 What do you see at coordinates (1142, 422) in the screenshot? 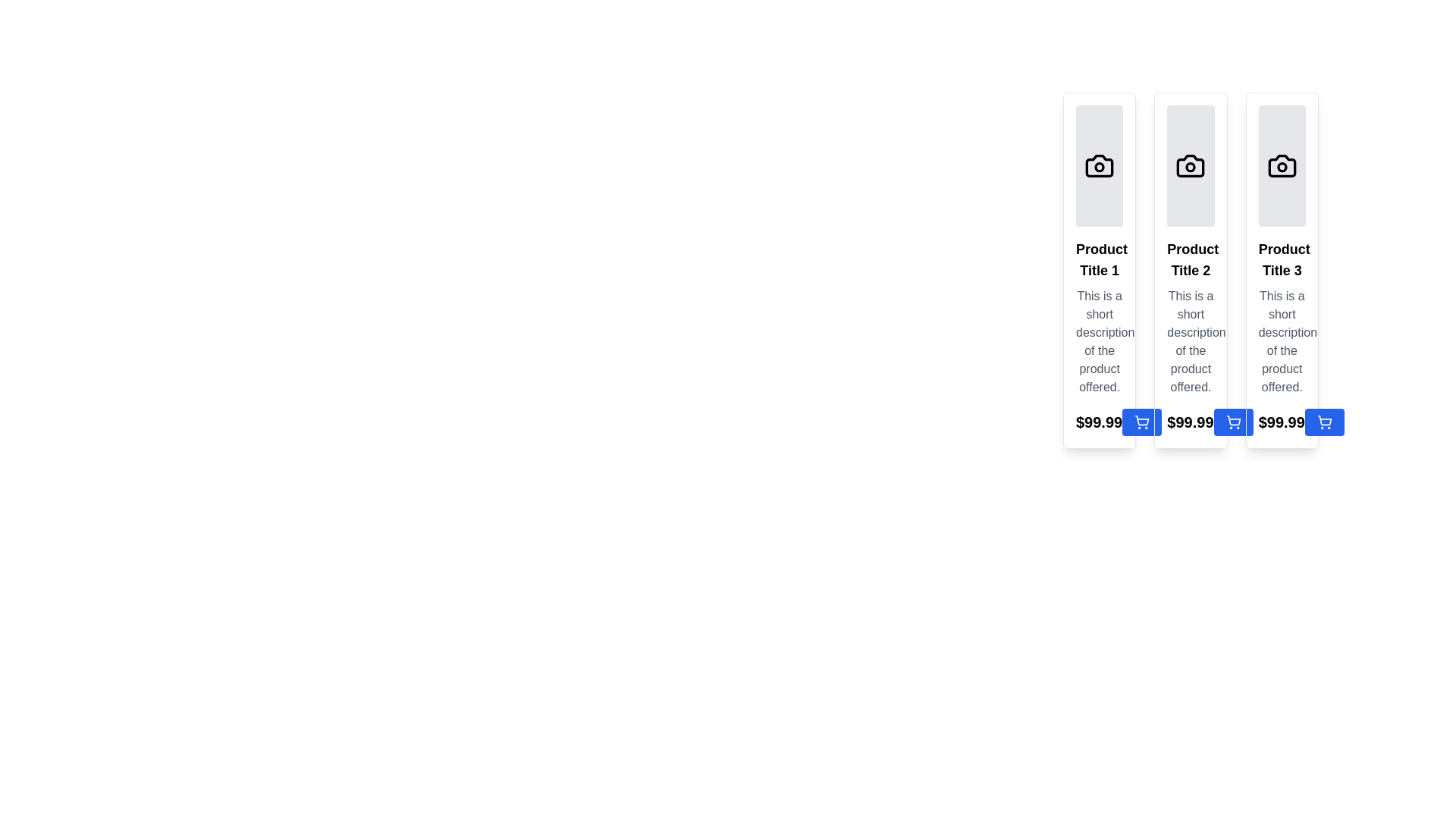
I see `the button located in the lower-right corner of the second product card` at bounding box center [1142, 422].